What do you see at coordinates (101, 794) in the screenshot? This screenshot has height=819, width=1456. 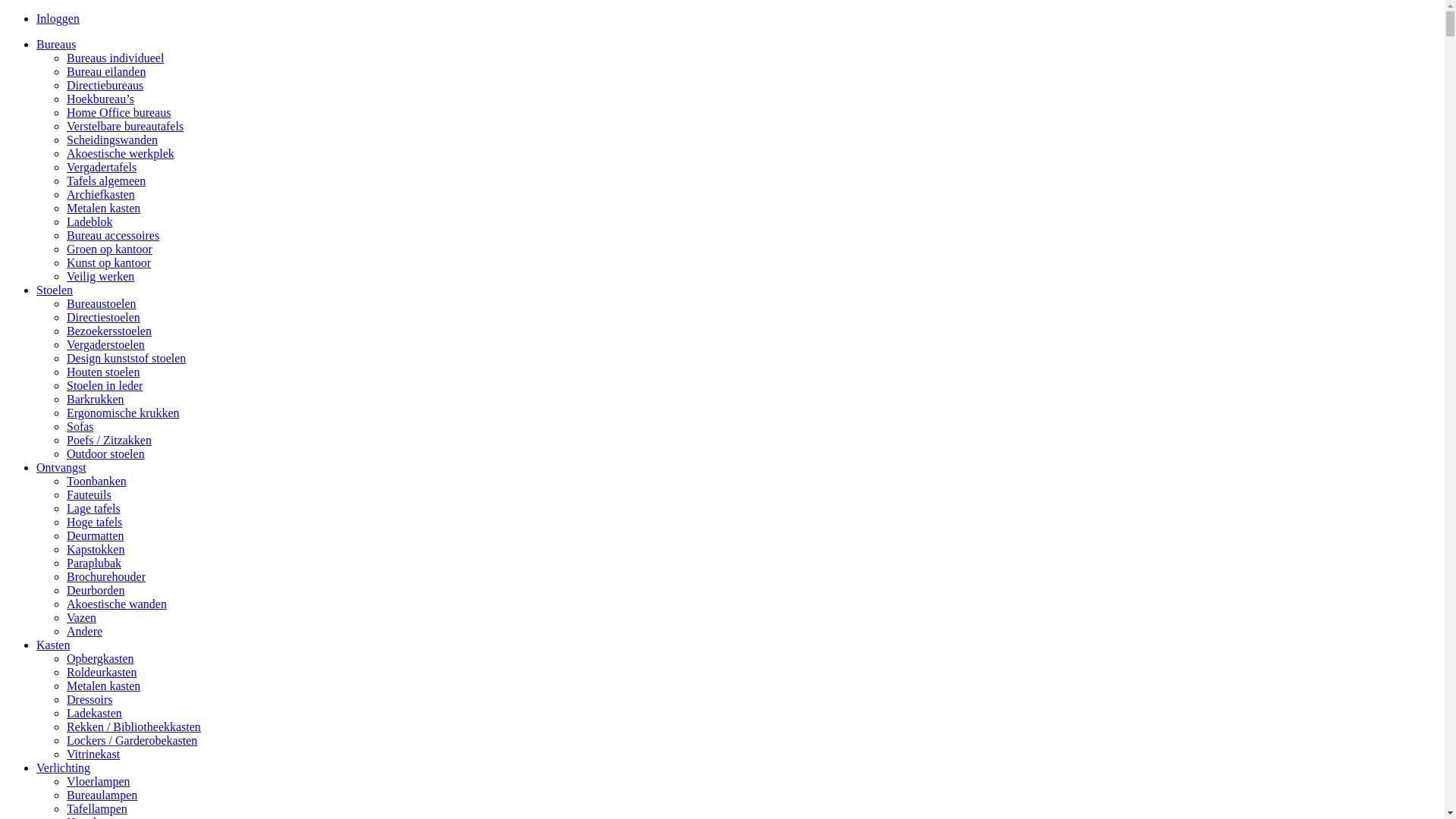 I see `'Bureaulampen'` at bounding box center [101, 794].